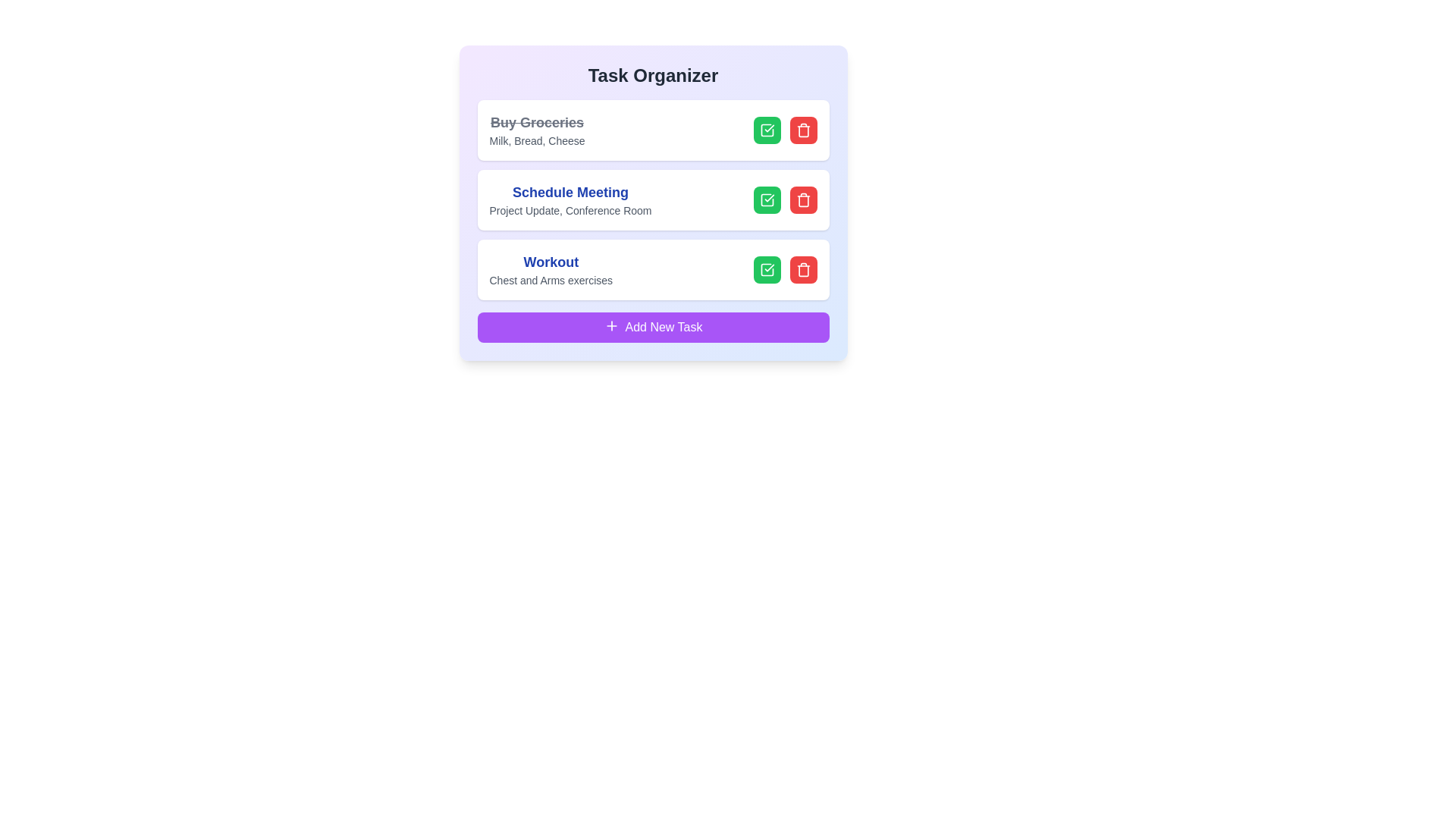 The height and width of the screenshot is (819, 1456). I want to click on the delete button for the task named Workout, so click(802, 268).